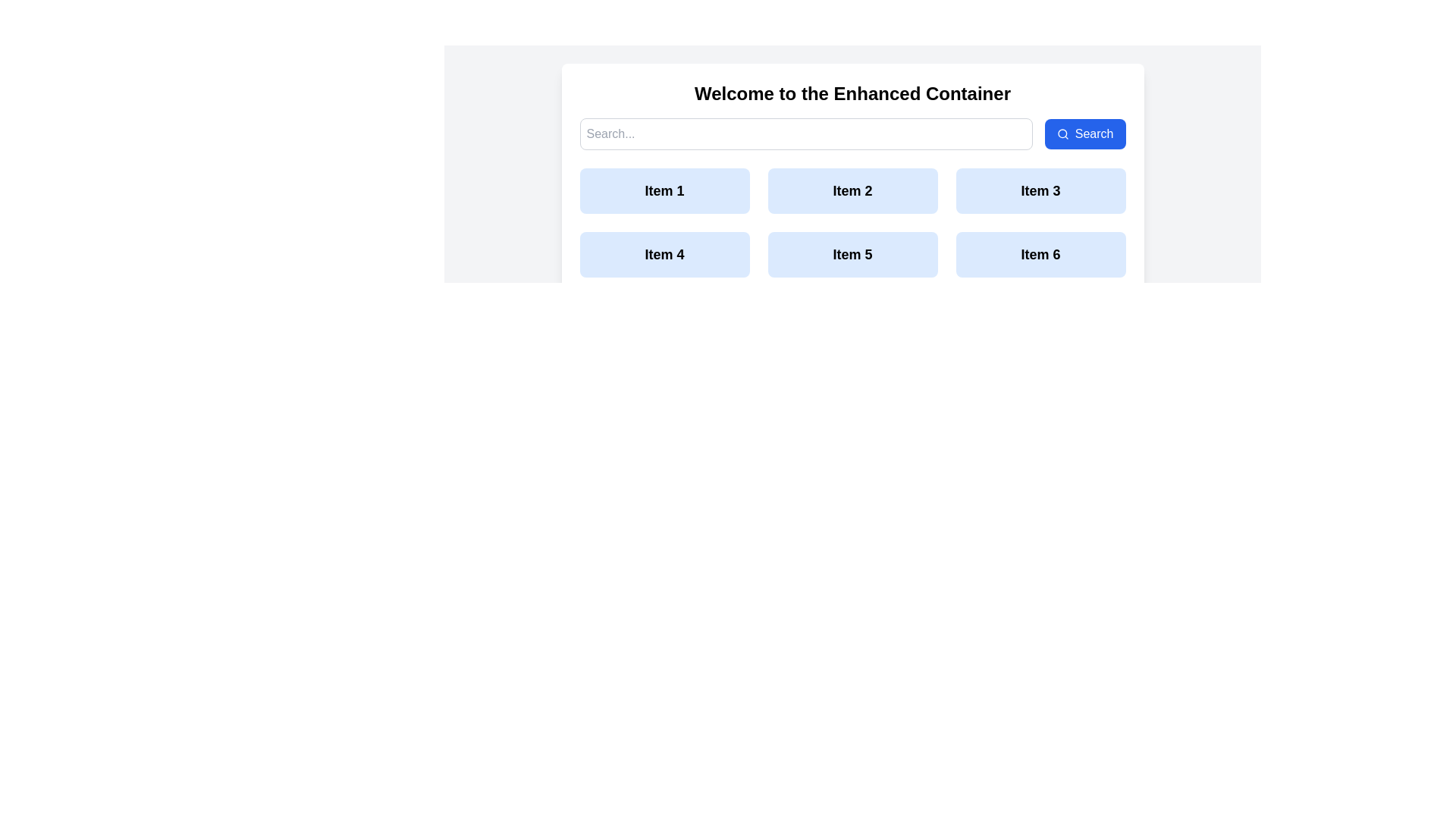 Image resolution: width=1456 pixels, height=819 pixels. What do you see at coordinates (852, 190) in the screenshot?
I see `the second button in the first row of a grid layout, positioned between 'Item 1' and 'Item 3'` at bounding box center [852, 190].